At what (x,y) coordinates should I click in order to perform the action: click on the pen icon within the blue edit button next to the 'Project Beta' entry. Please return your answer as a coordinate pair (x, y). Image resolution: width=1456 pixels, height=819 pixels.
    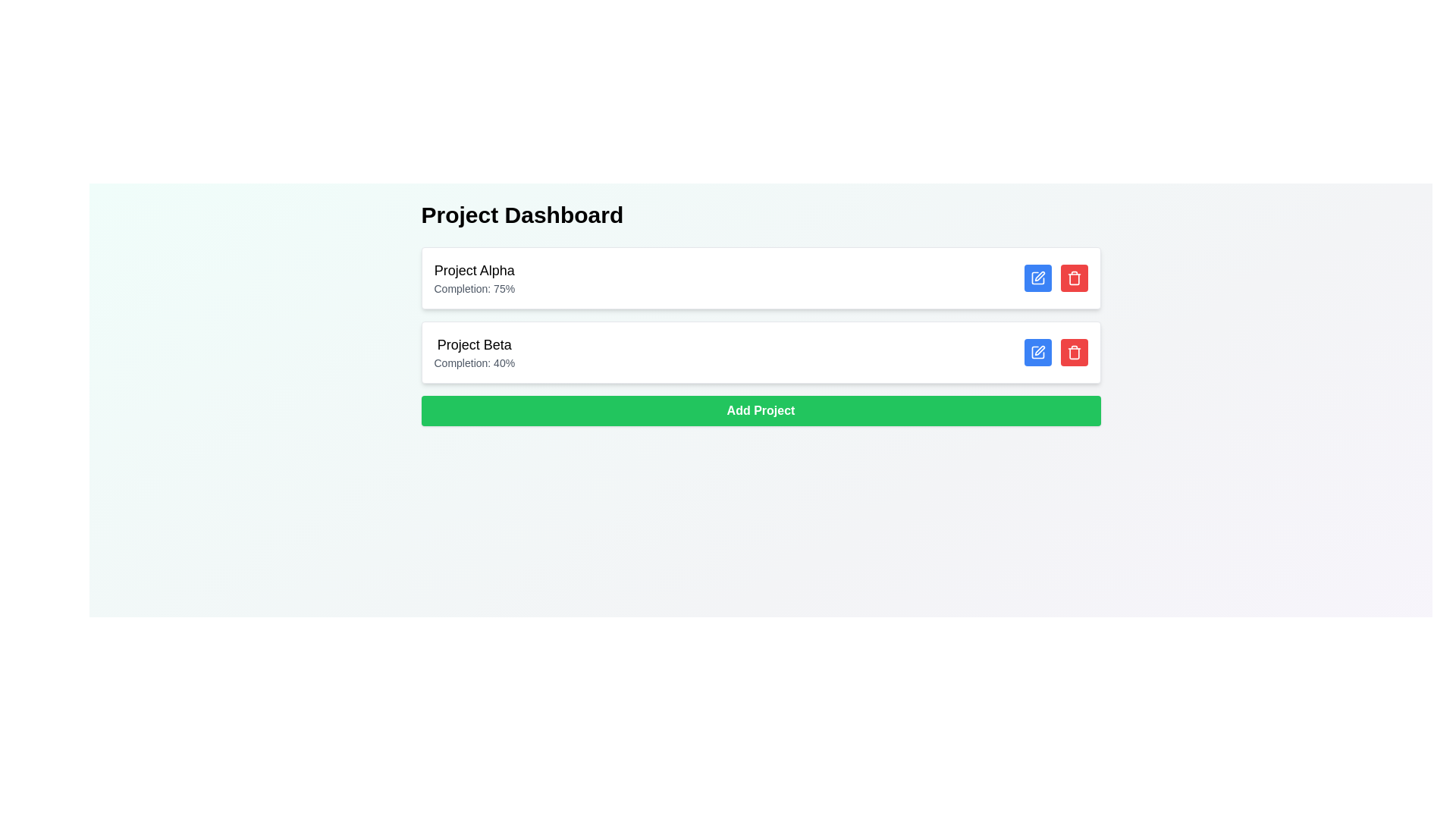
    Looking at the image, I should click on (1037, 278).